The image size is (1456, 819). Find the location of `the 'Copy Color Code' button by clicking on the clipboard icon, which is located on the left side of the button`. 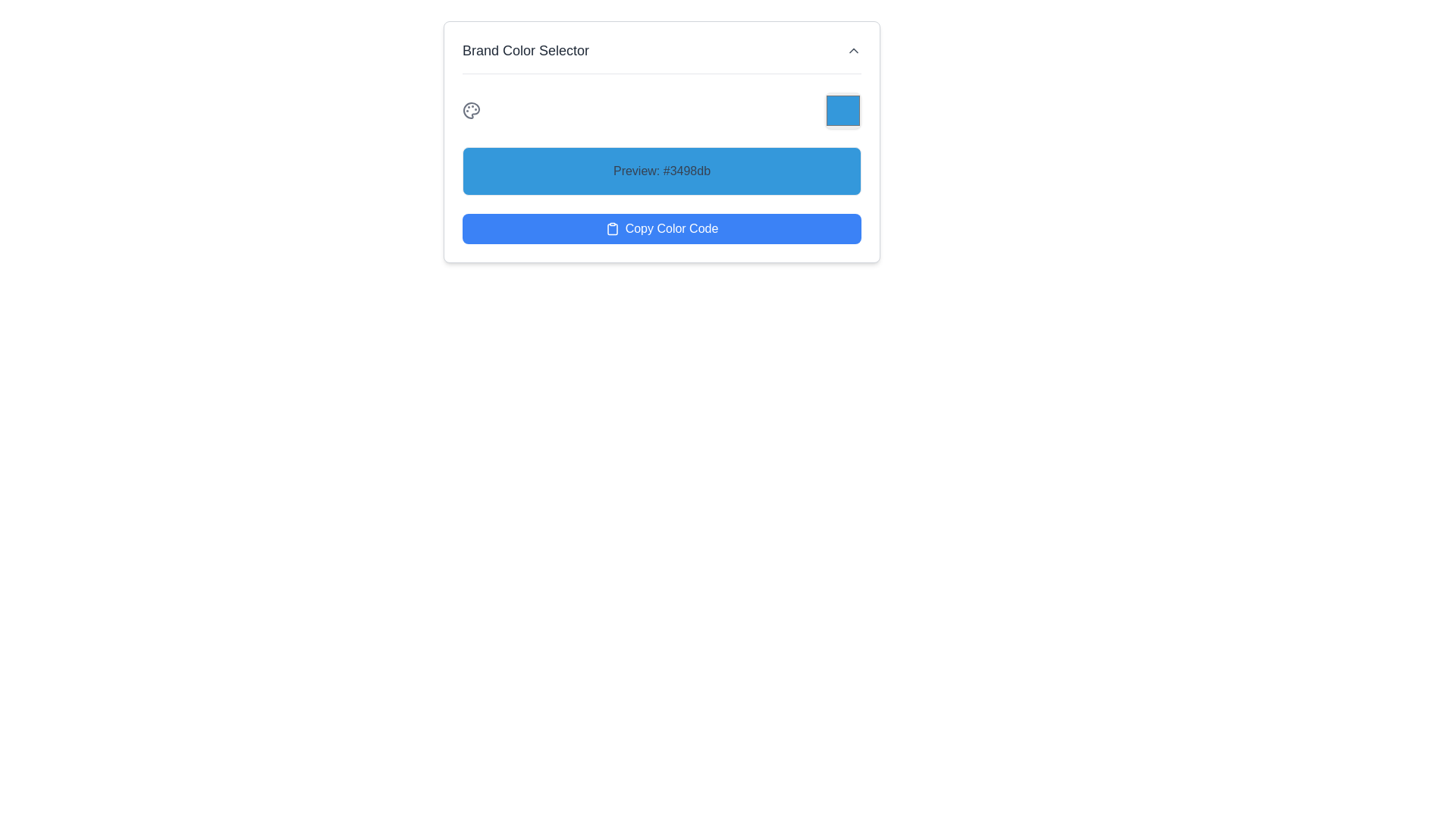

the 'Copy Color Code' button by clicking on the clipboard icon, which is located on the left side of the button is located at coordinates (612, 228).